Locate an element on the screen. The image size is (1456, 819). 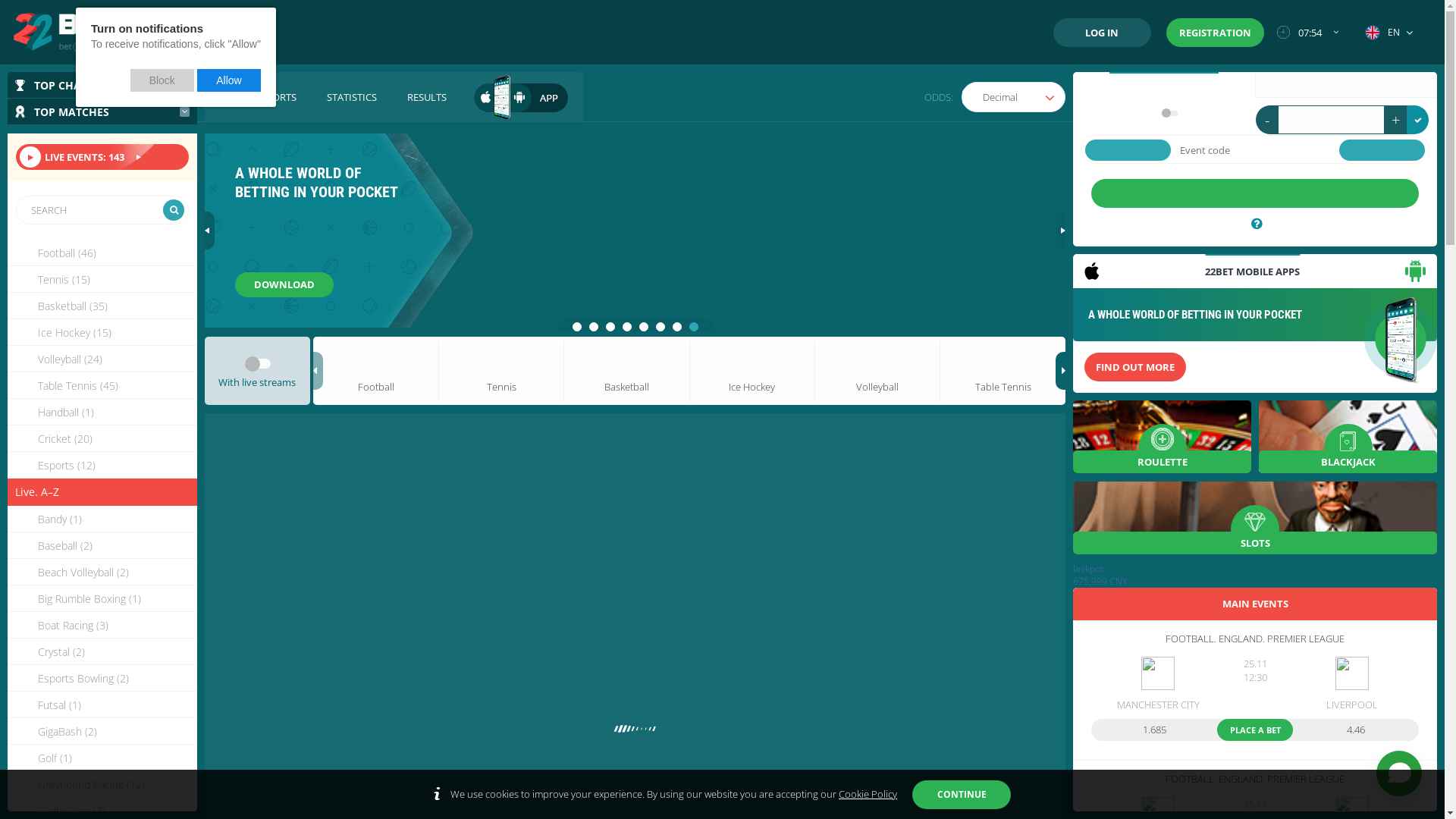
'Tennis' is located at coordinates (437, 371).